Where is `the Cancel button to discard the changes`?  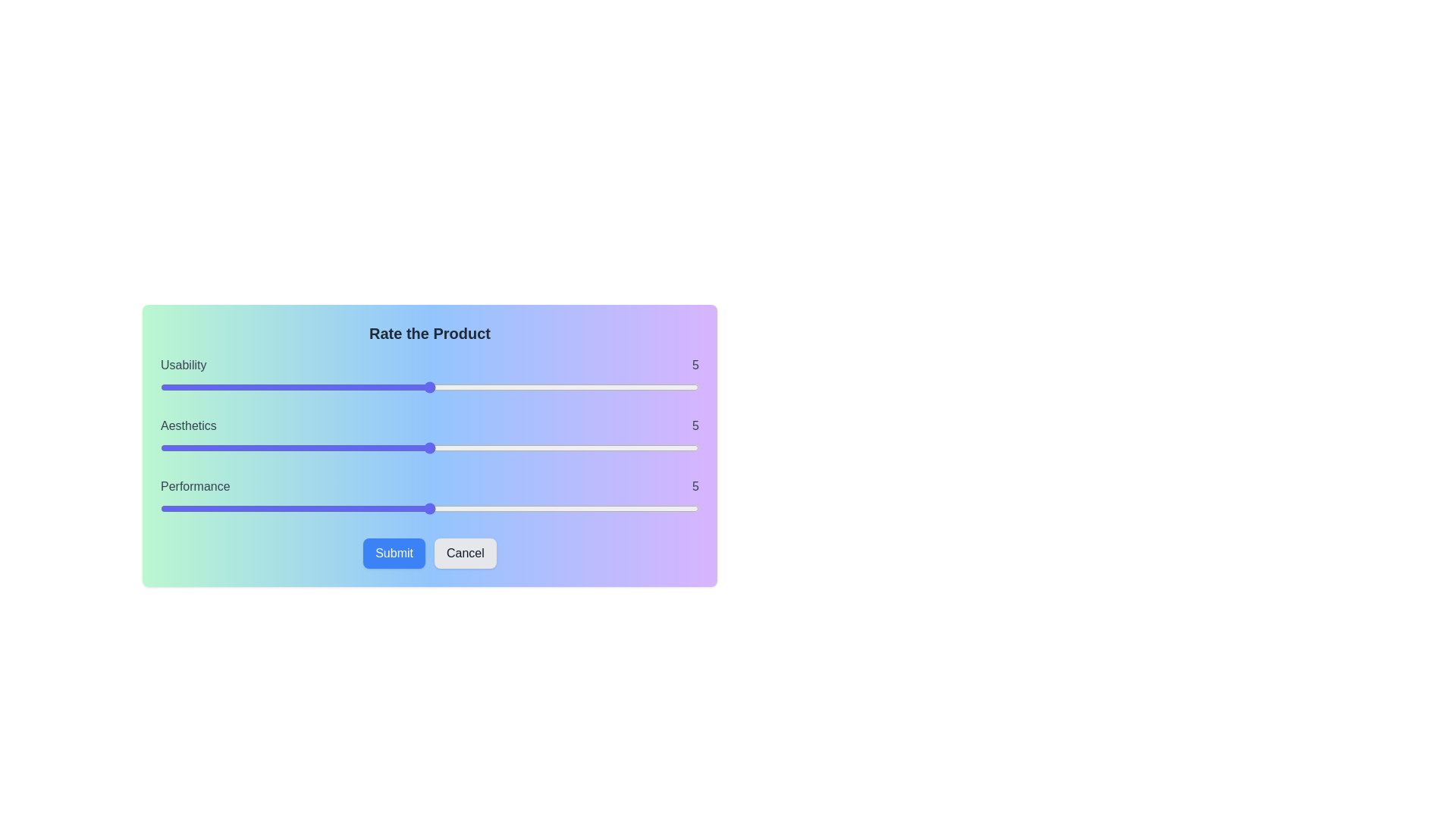
the Cancel button to discard the changes is located at coordinates (464, 553).